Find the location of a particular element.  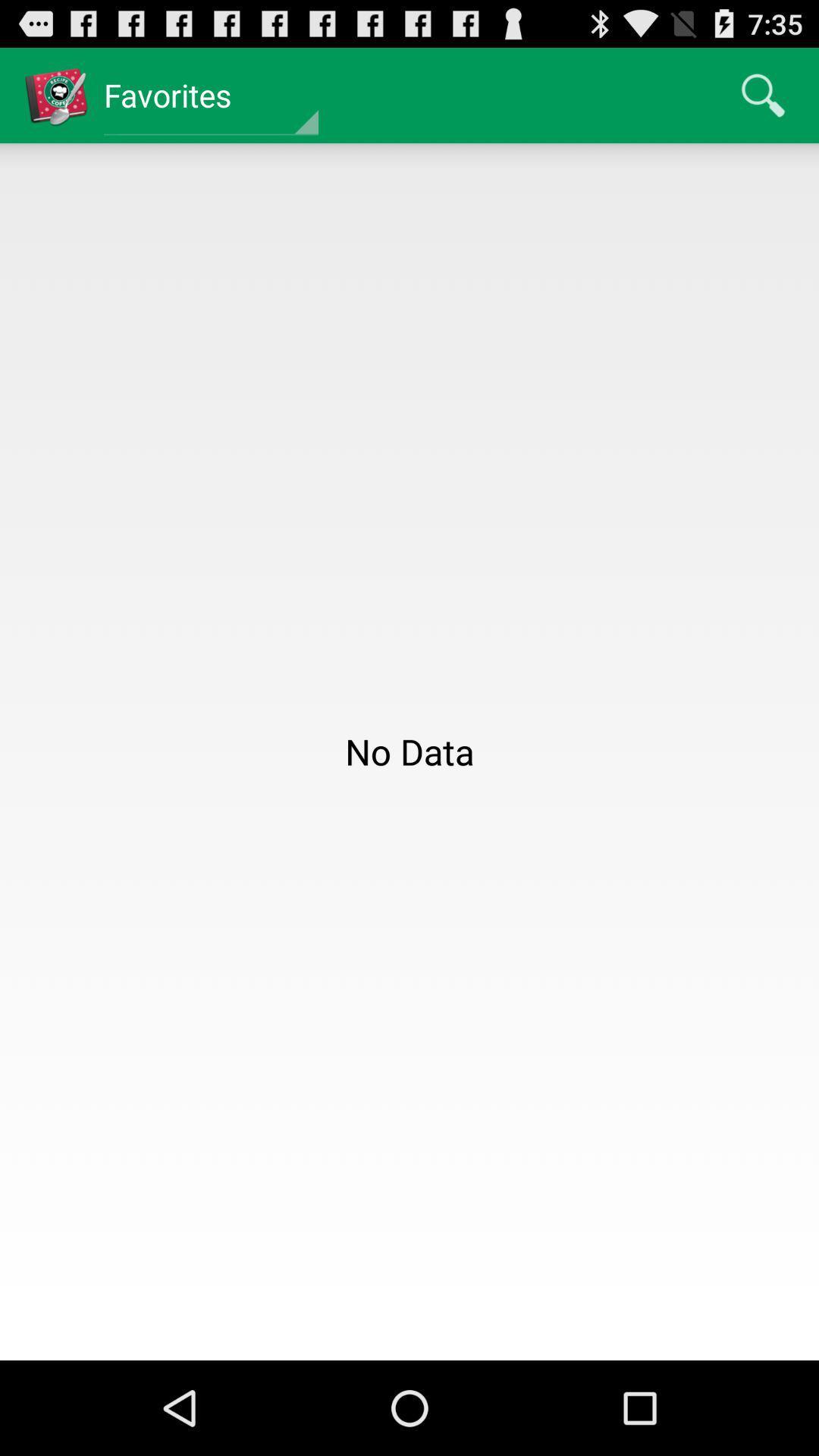

the icon next to the favorites is located at coordinates (763, 94).